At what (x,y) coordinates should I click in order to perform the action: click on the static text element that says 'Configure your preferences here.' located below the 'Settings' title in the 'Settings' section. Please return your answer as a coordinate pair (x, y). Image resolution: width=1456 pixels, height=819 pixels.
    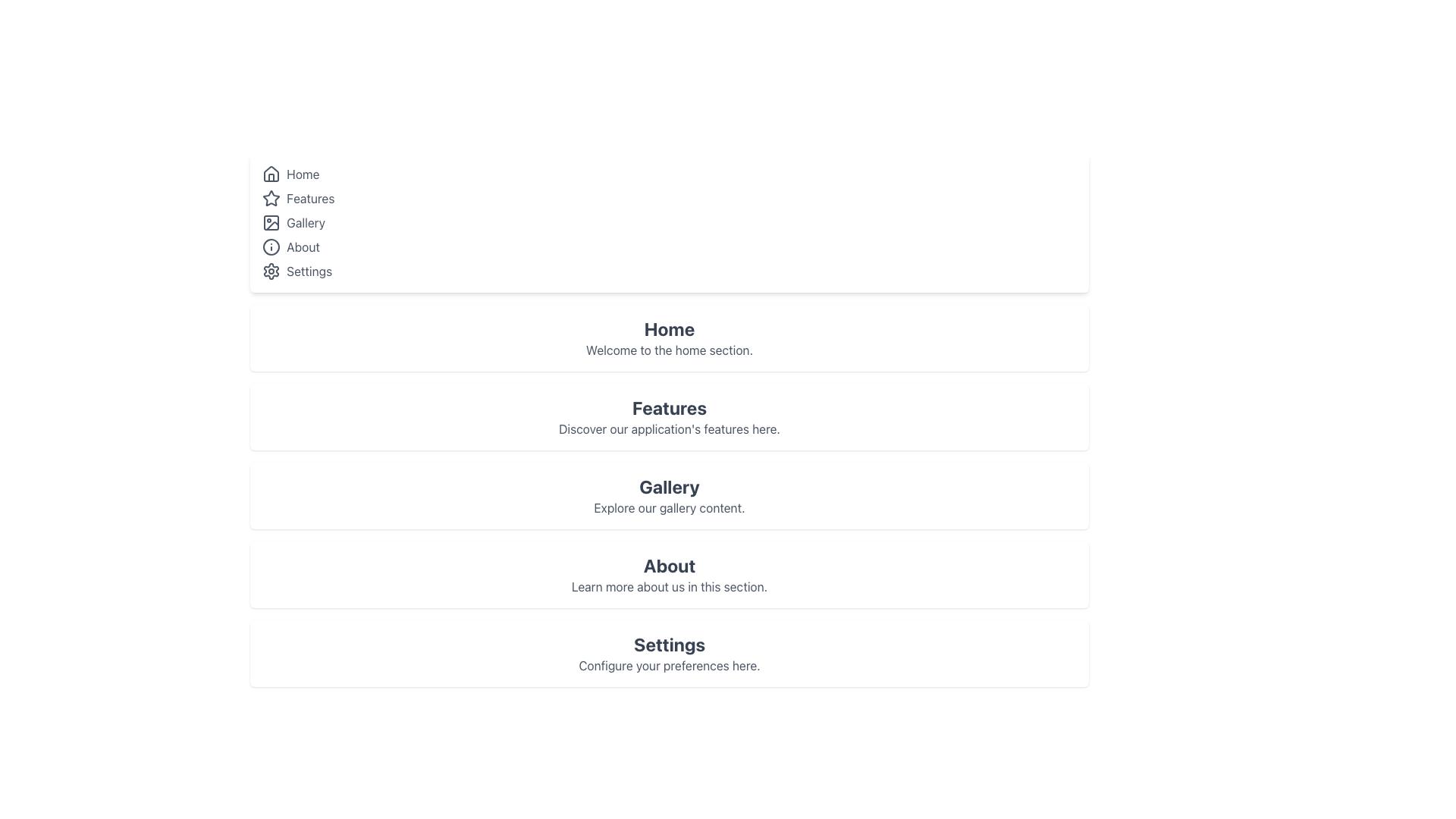
    Looking at the image, I should click on (669, 665).